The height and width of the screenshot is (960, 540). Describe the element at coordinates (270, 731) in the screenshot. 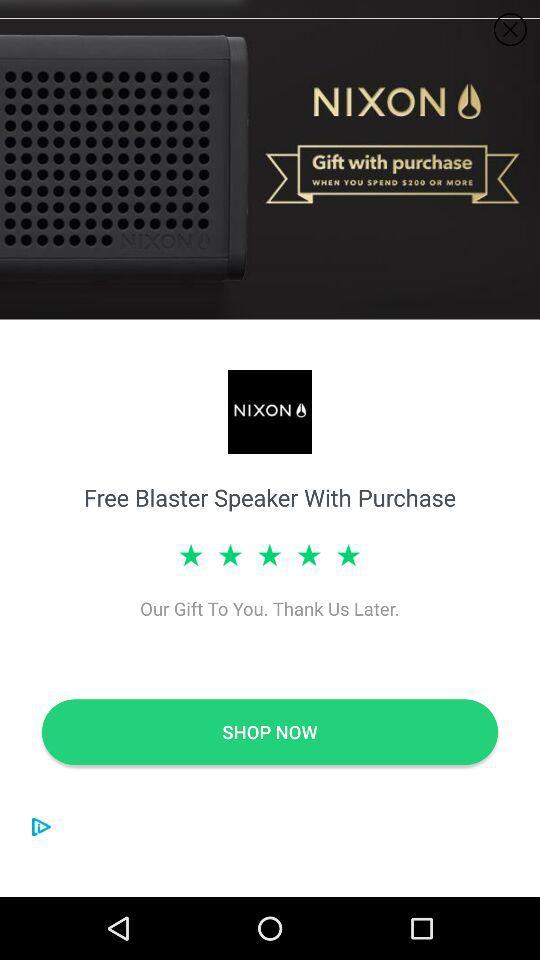

I see `the app below the our gift to icon` at that location.